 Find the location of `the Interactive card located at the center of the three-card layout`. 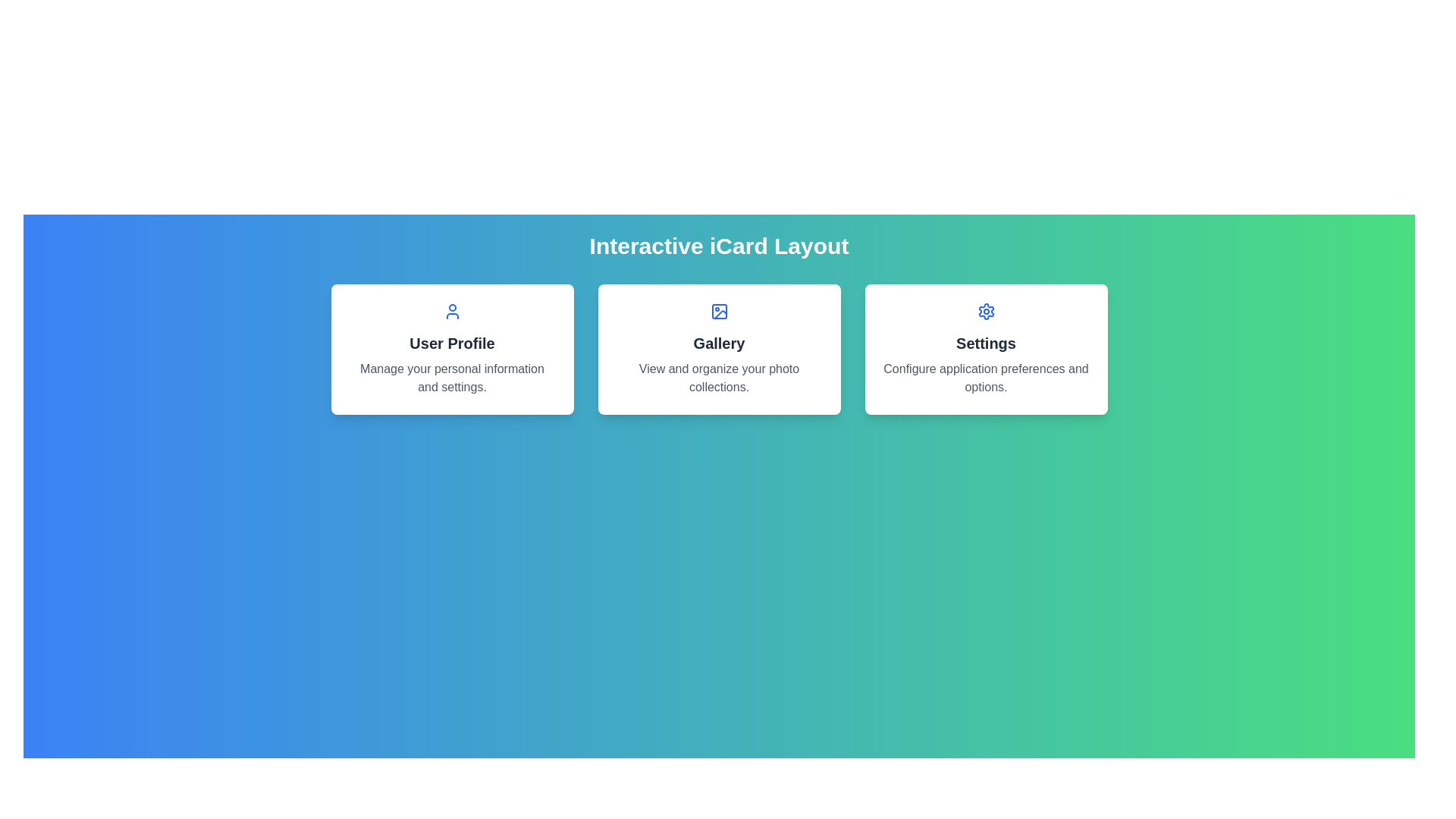

the Interactive card located at the center of the three-card layout is located at coordinates (718, 350).